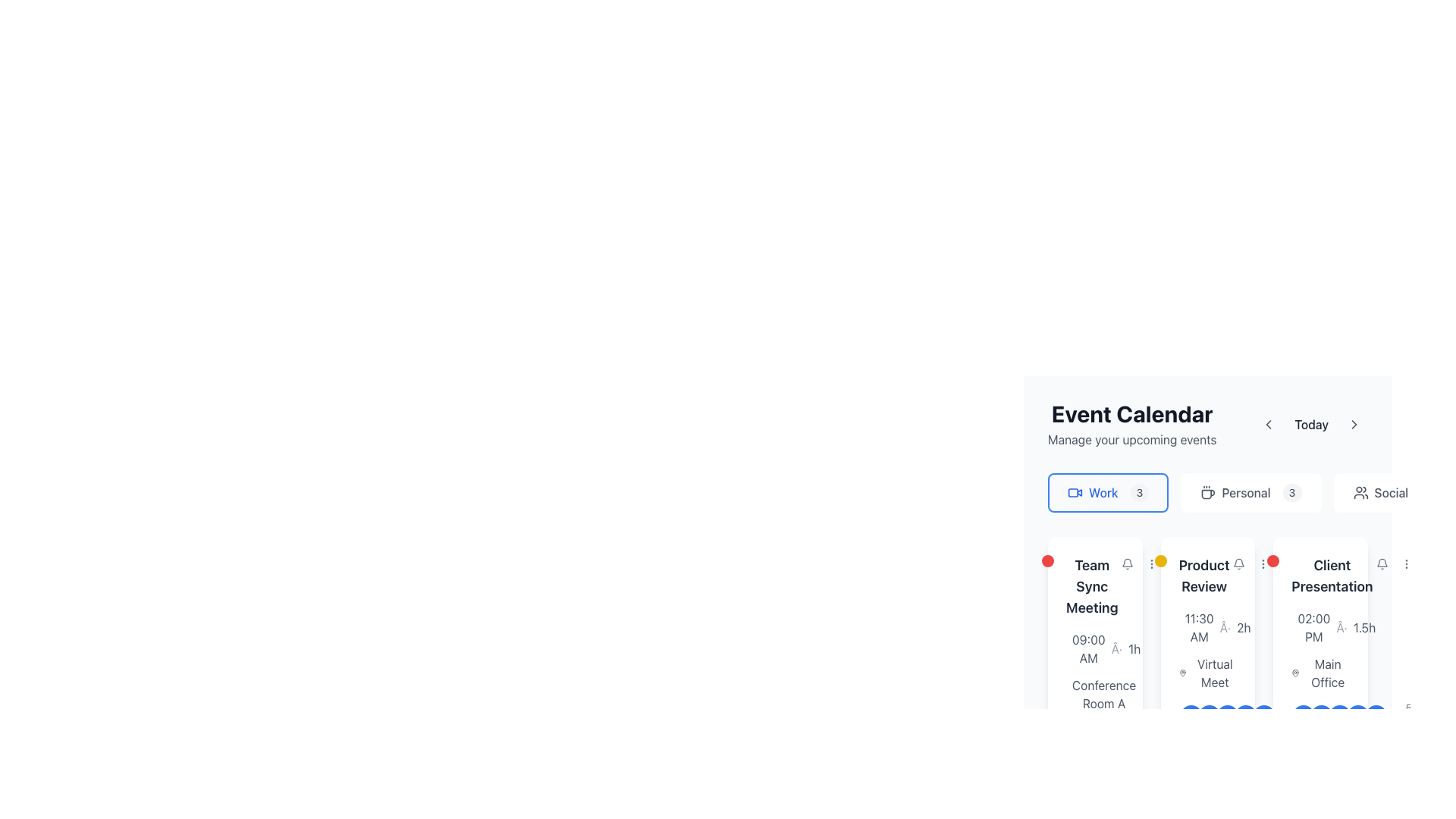 The width and height of the screenshot is (1456, 819). I want to click on the 'Personal' text label located within the button that has a white background and gray border, so click(1246, 493).